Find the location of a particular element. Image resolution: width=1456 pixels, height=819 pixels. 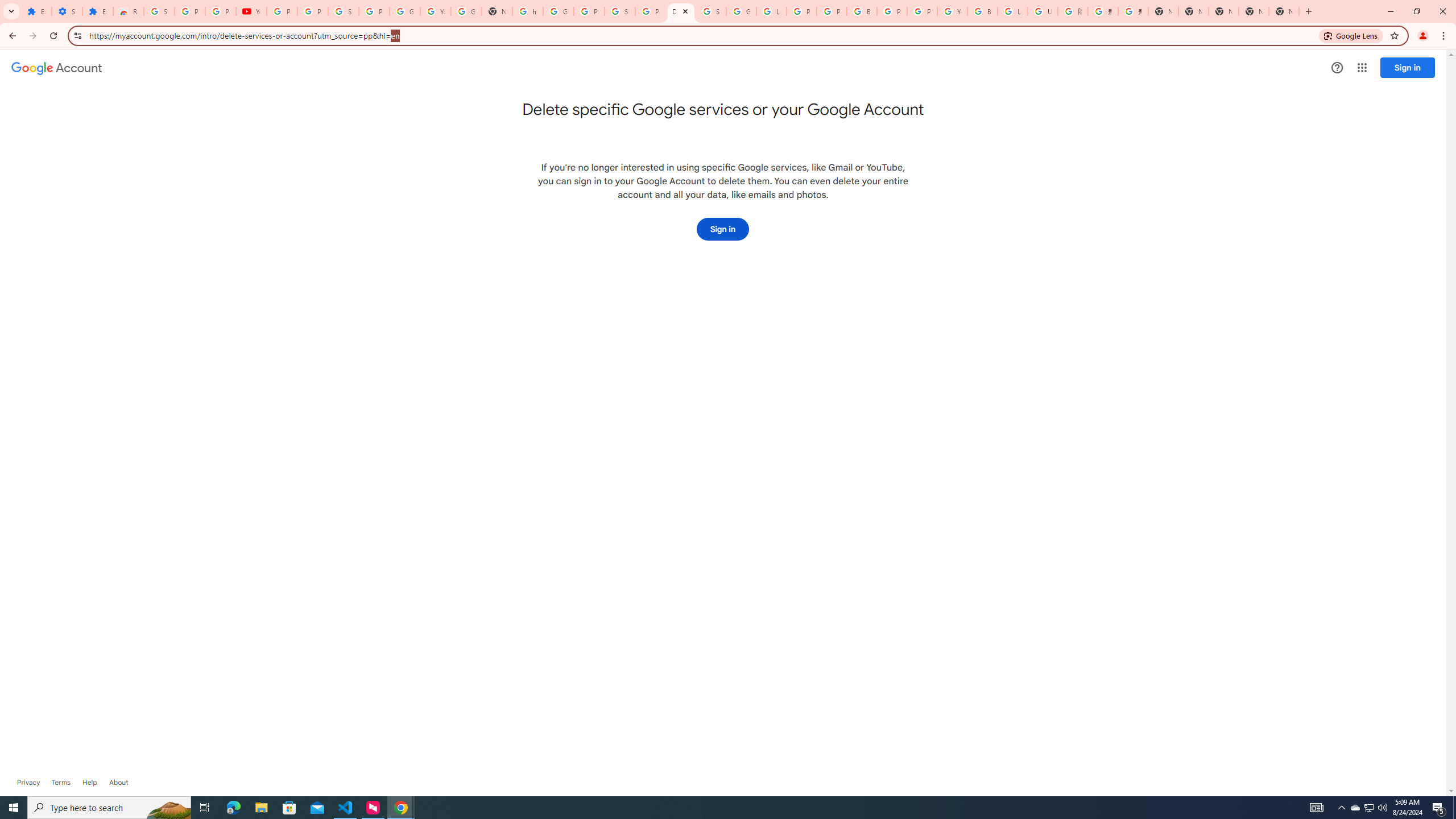

'Extensions' is located at coordinates (97, 11).